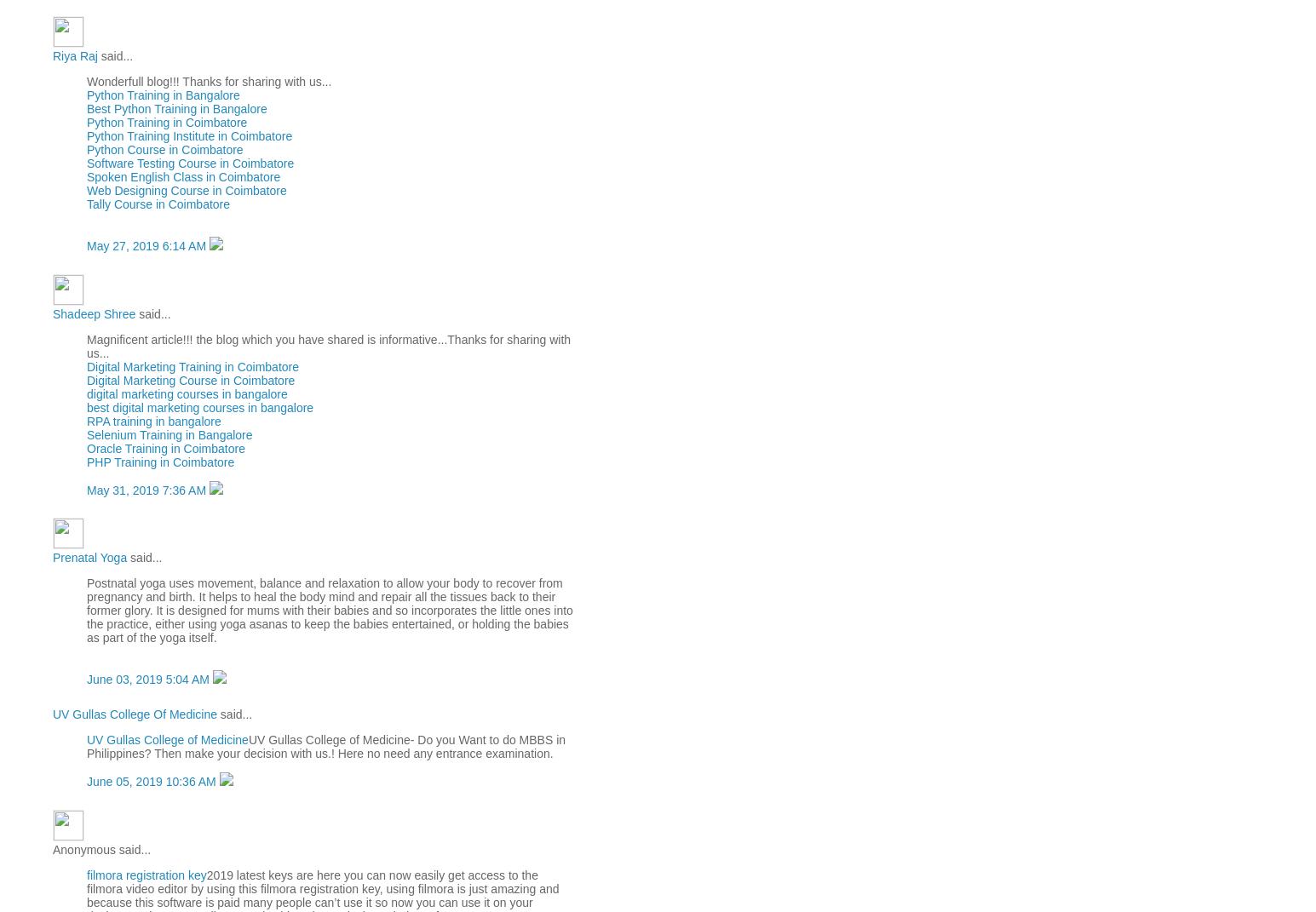 This screenshot has height=912, width=1316. Describe the element at coordinates (147, 244) in the screenshot. I see `'May 27, 2019 6:14 AM'` at that location.